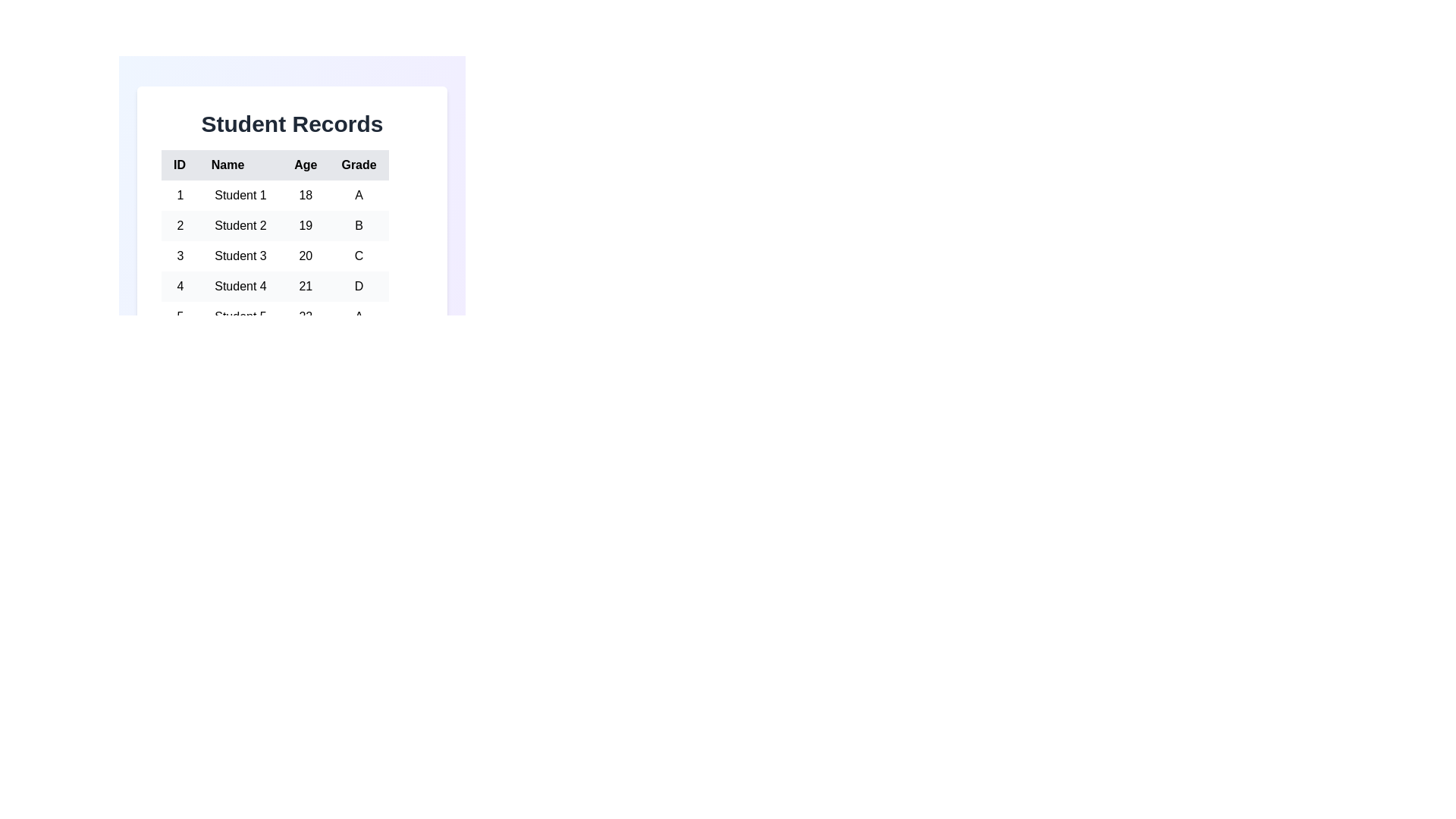  What do you see at coordinates (275, 195) in the screenshot?
I see `the row corresponding to 1` at bounding box center [275, 195].